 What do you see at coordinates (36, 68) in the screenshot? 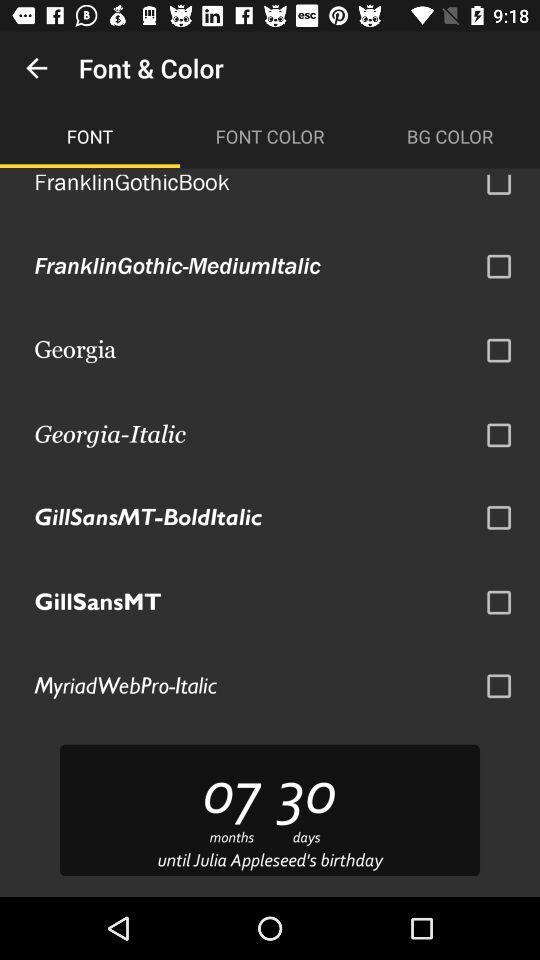
I see `icon to the left of font & color item` at bounding box center [36, 68].